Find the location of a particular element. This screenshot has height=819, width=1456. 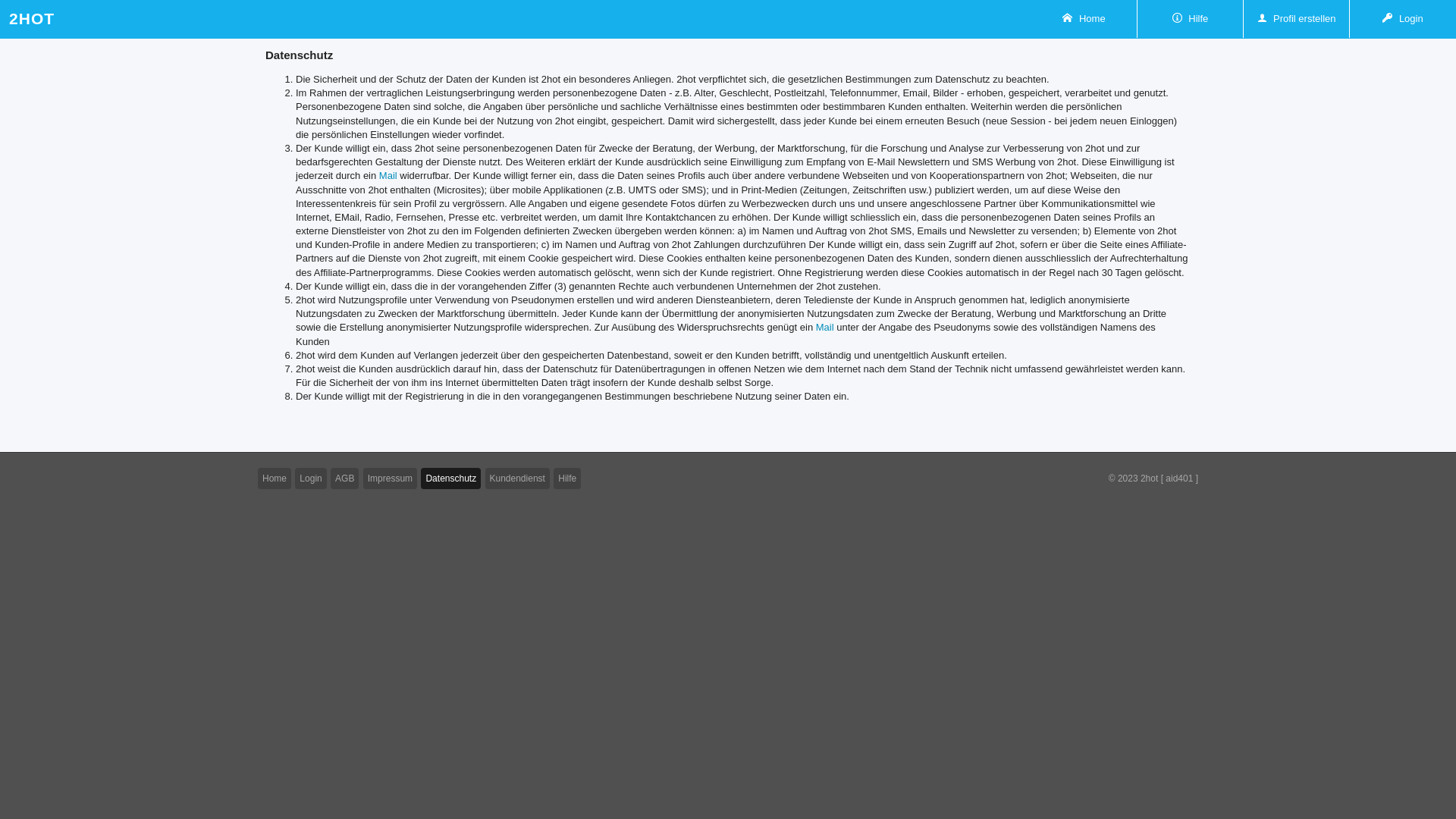

'Profil erstellen' is located at coordinates (1295, 18).